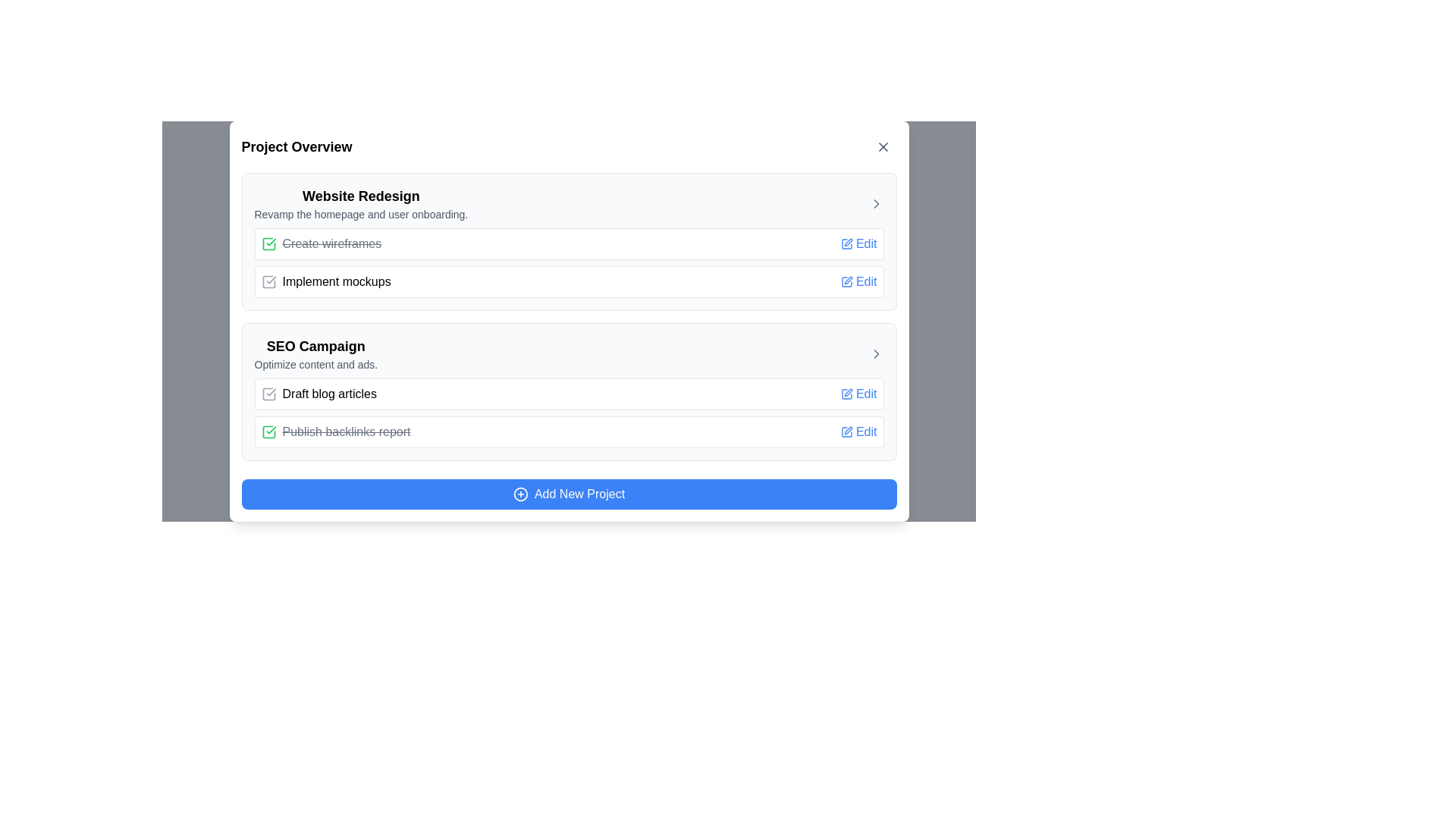  I want to click on the rounded plus icon located at the center of the 'Add New Project' button at the bottom of the interface, so click(520, 494).